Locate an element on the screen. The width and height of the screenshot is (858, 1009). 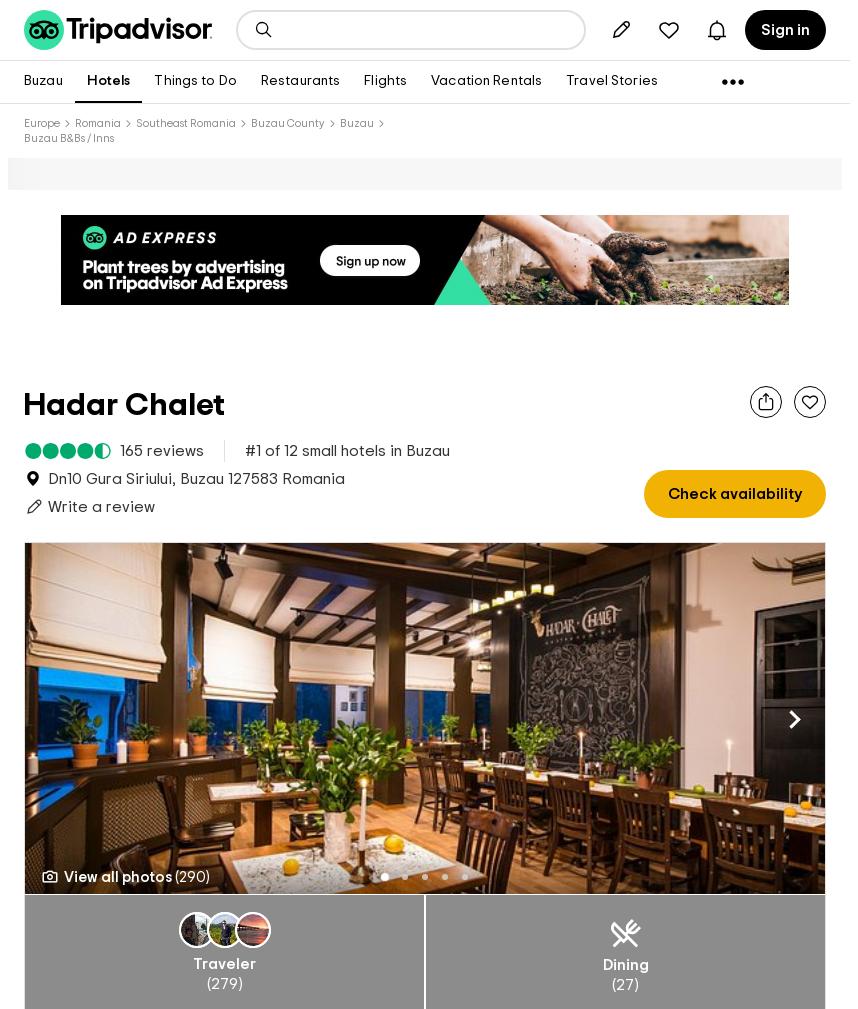
'Rental Cars' is located at coordinates (97, 121).